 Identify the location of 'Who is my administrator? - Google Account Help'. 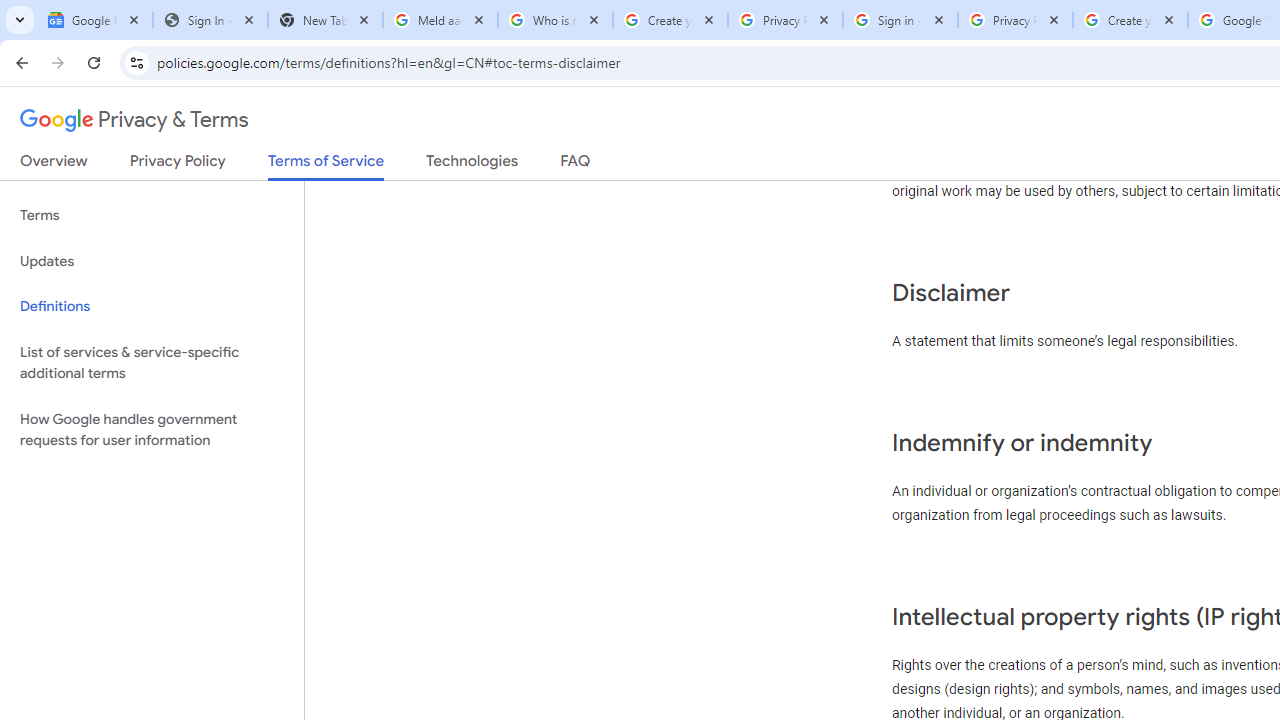
(555, 20).